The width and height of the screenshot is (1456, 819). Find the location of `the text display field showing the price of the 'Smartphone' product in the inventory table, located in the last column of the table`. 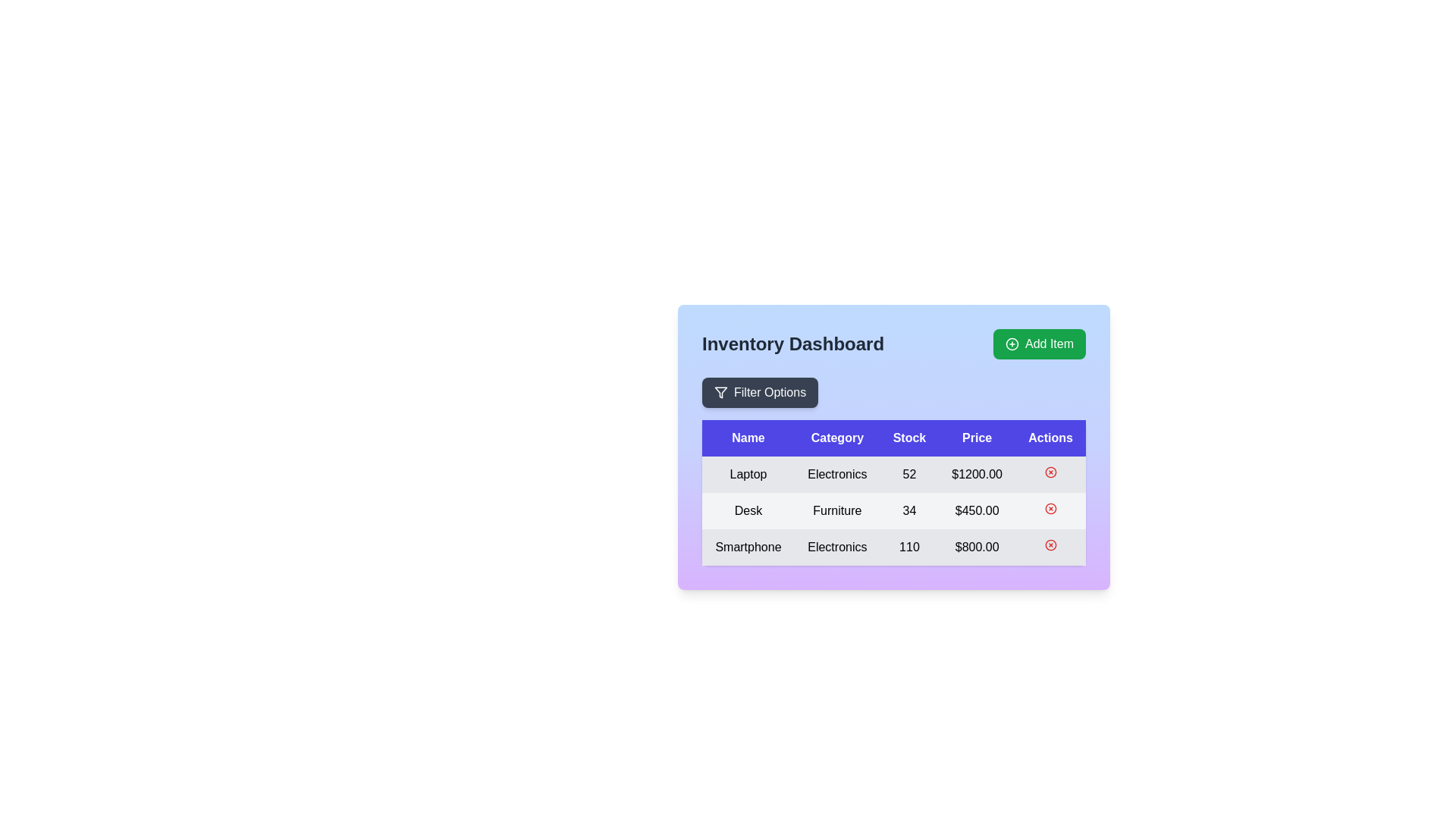

the text display field showing the price of the 'Smartphone' product in the inventory table, located in the last column of the table is located at coordinates (977, 547).